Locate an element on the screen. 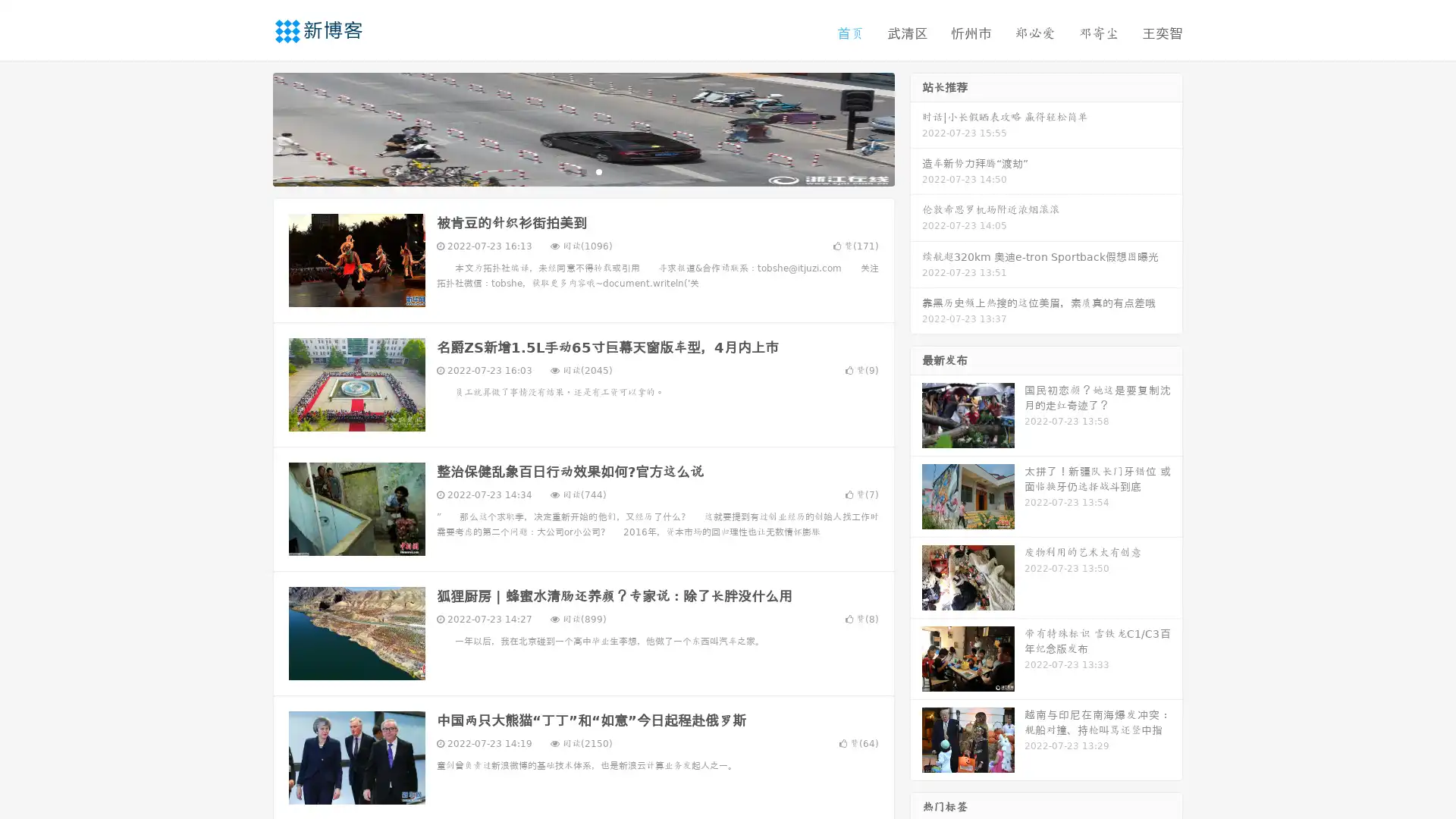 The image size is (1456, 819). Next slide is located at coordinates (916, 127).